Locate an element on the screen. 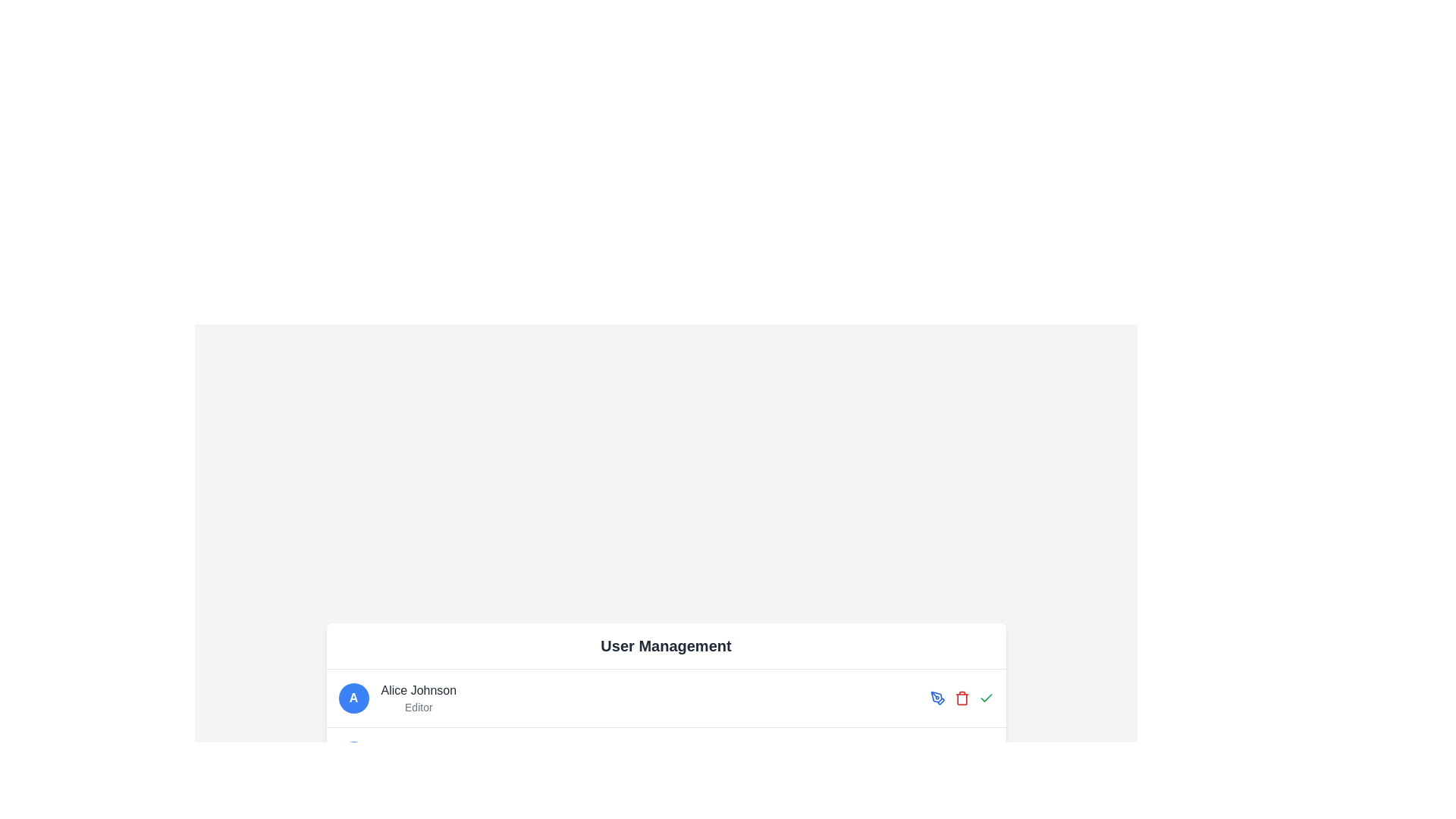 The image size is (1456, 819). the small blue pen tool icon located as the first icon in a horizontal group of three interactive icons is located at coordinates (937, 698).